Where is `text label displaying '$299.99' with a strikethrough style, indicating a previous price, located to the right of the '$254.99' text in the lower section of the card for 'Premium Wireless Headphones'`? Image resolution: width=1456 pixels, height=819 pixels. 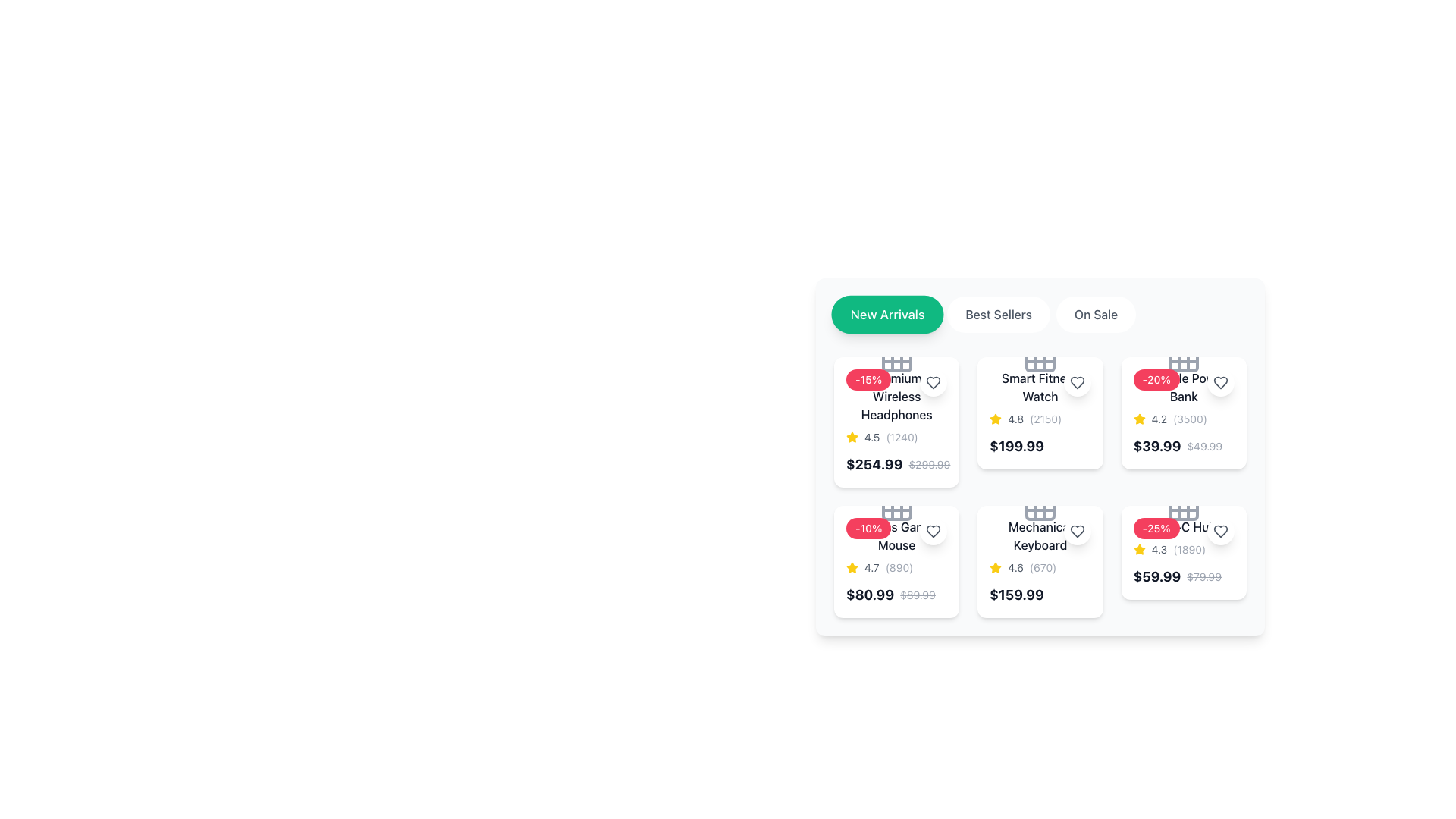 text label displaying '$299.99' with a strikethrough style, indicating a previous price, located to the right of the '$254.99' text in the lower section of the card for 'Premium Wireless Headphones' is located at coordinates (928, 464).